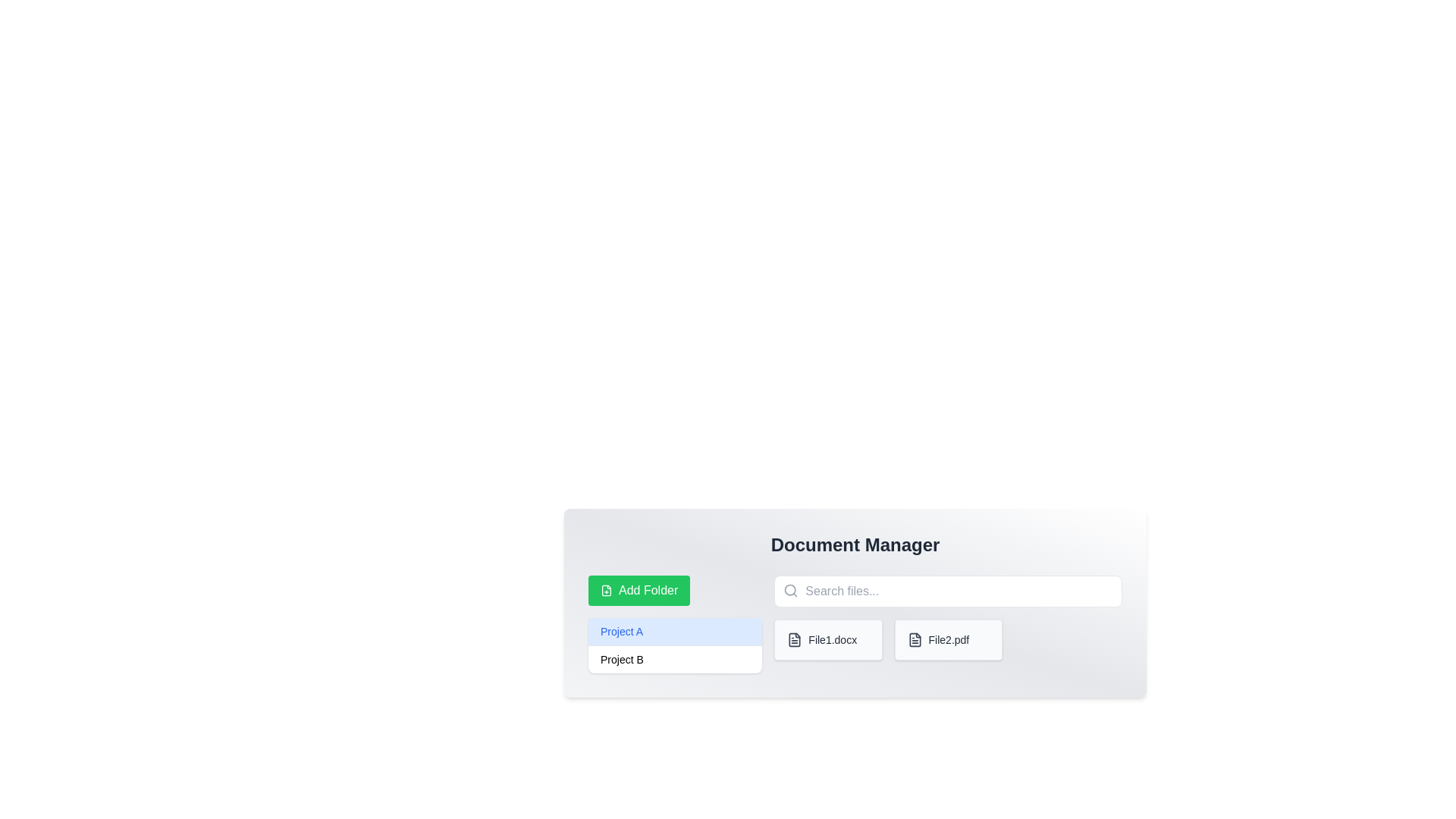 Image resolution: width=1456 pixels, height=819 pixels. Describe the element at coordinates (947, 590) in the screenshot. I see `the text input field with rounded corners and a placeholder 'Search files...'` at that location.